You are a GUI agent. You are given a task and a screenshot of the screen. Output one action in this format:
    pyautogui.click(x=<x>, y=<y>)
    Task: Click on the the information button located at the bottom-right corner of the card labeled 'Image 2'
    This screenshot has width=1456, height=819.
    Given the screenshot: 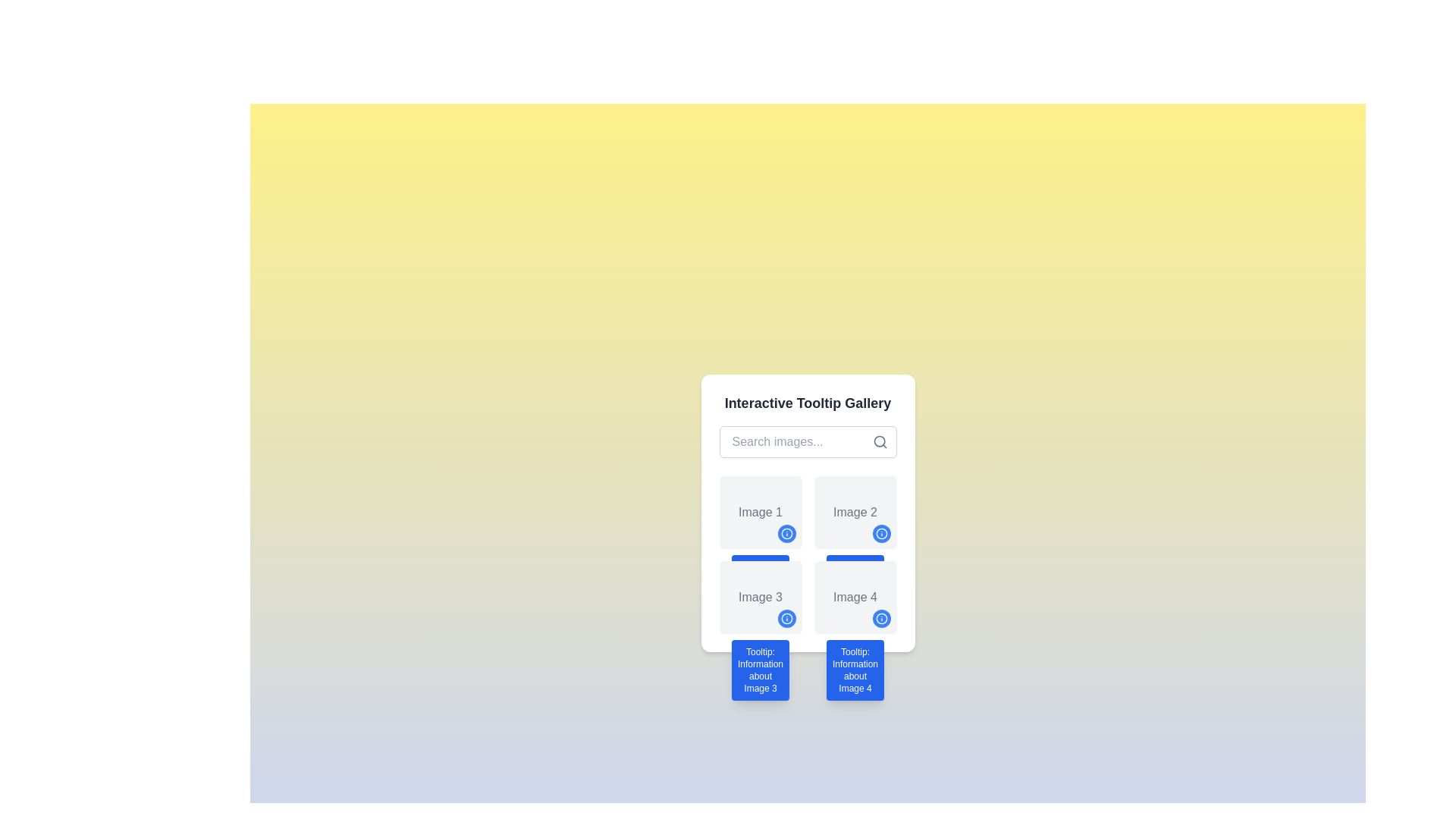 What is the action you would take?
    pyautogui.click(x=881, y=533)
    